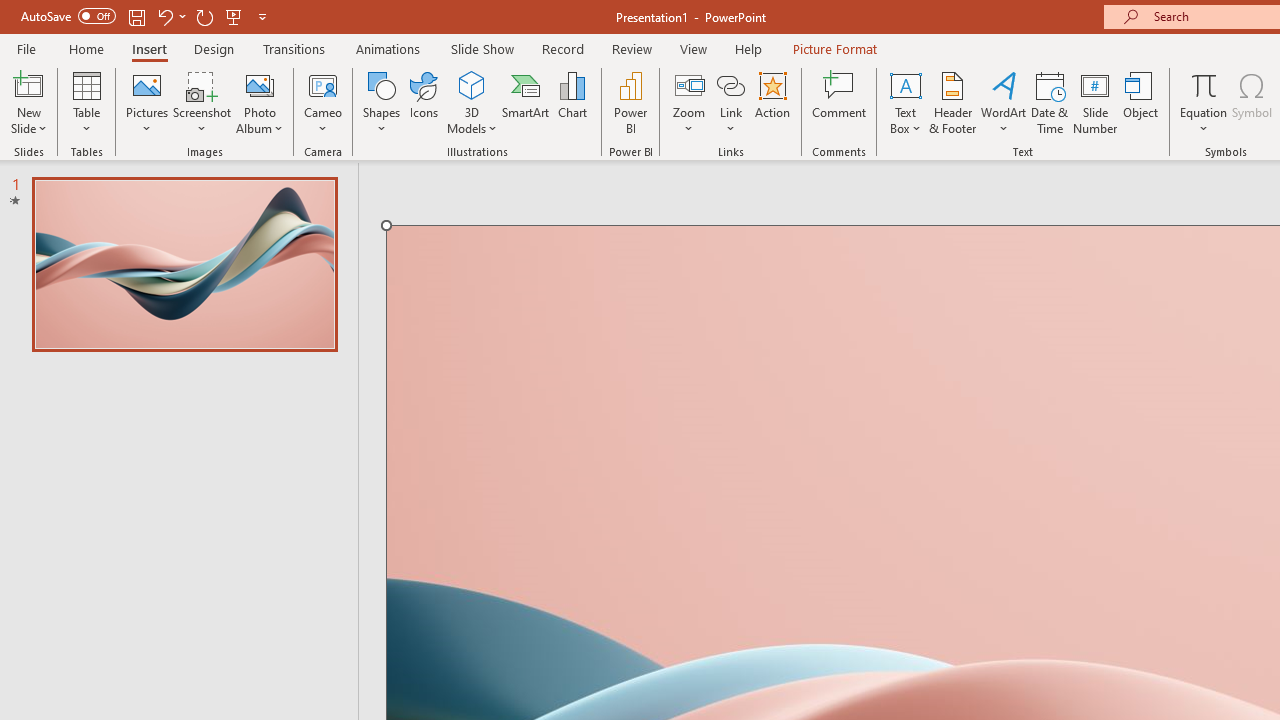 Image resolution: width=1280 pixels, height=720 pixels. Describe the element at coordinates (471, 103) in the screenshot. I see `'3D Models'` at that location.